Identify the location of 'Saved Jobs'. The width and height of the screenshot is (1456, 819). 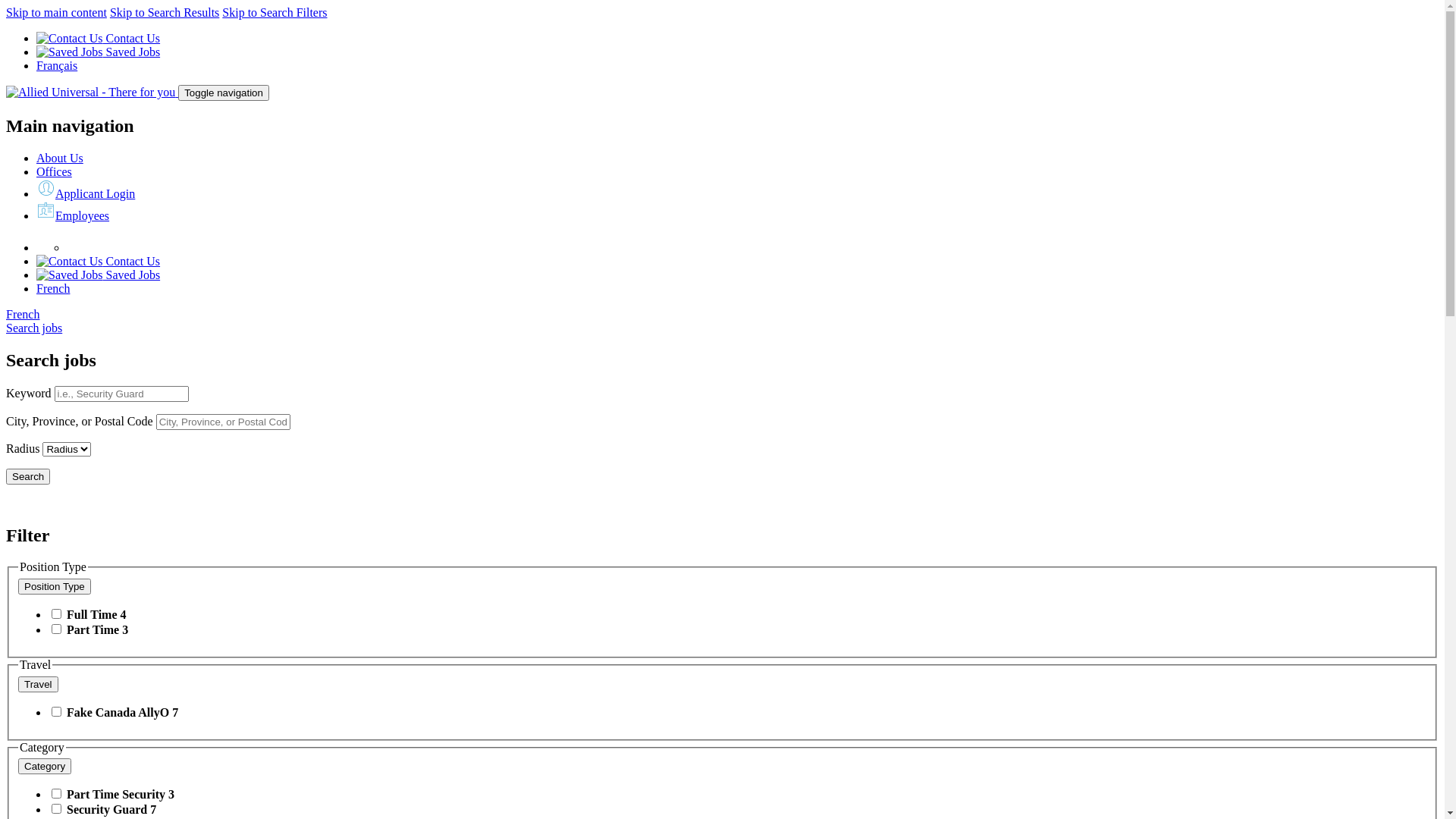
(97, 51).